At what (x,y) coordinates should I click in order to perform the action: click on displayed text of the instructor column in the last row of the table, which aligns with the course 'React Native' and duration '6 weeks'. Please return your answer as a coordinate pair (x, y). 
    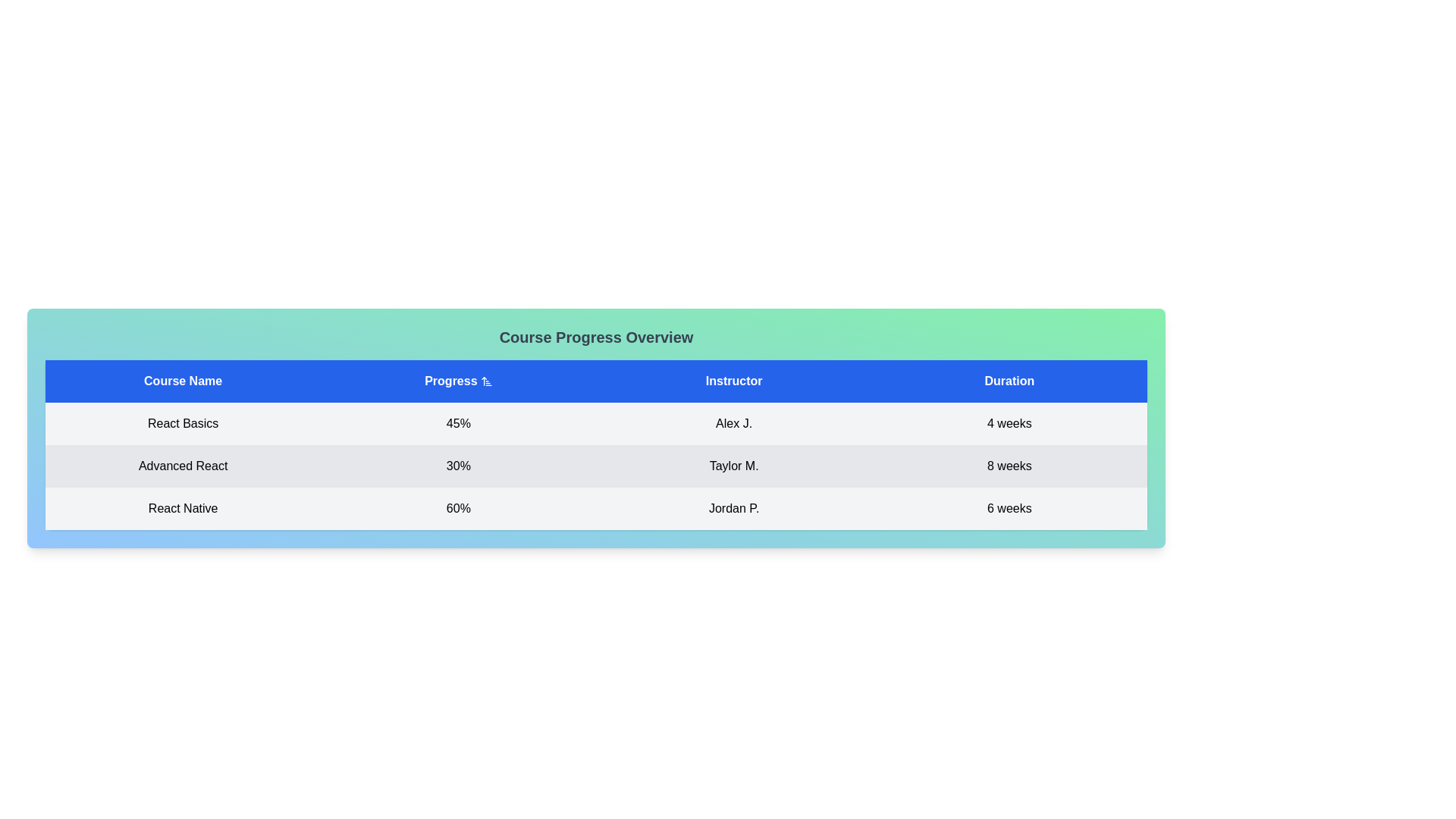
    Looking at the image, I should click on (734, 509).